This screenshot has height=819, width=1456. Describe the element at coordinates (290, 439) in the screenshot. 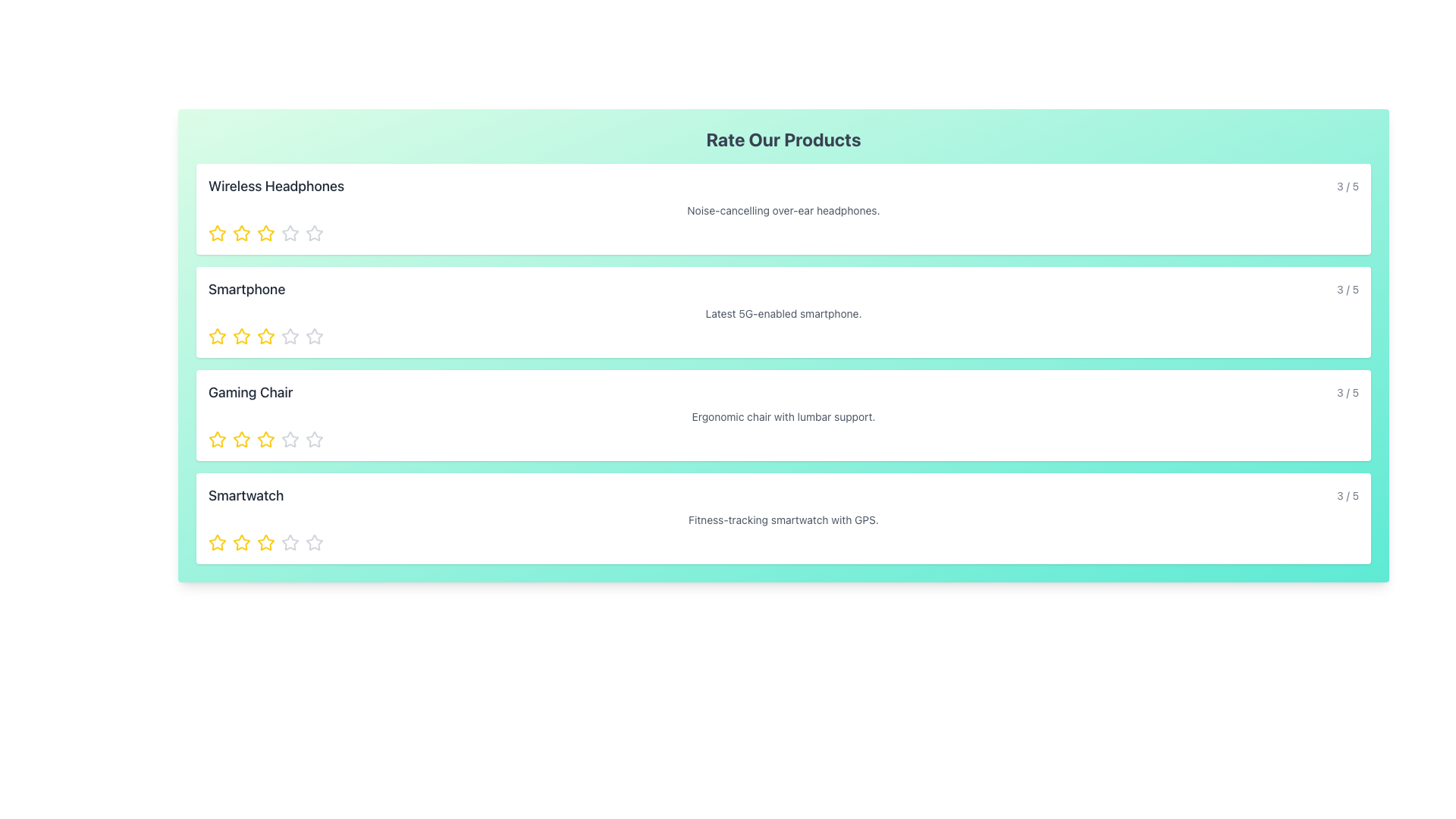

I see `the fourth star icon in the five-star rating system for the 'Gaming Chair' section` at that location.